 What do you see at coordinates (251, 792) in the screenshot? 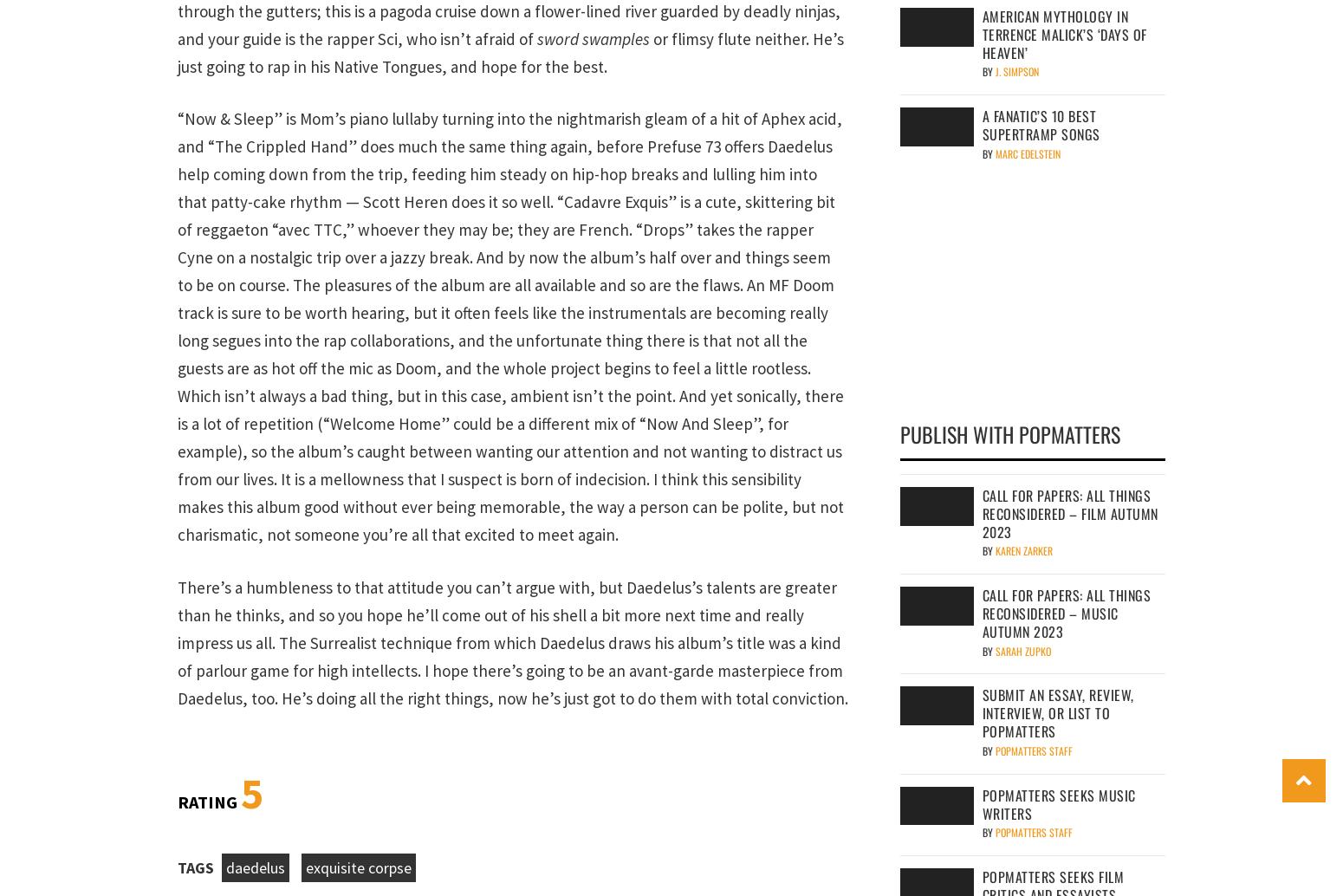
I see `'5'` at bounding box center [251, 792].